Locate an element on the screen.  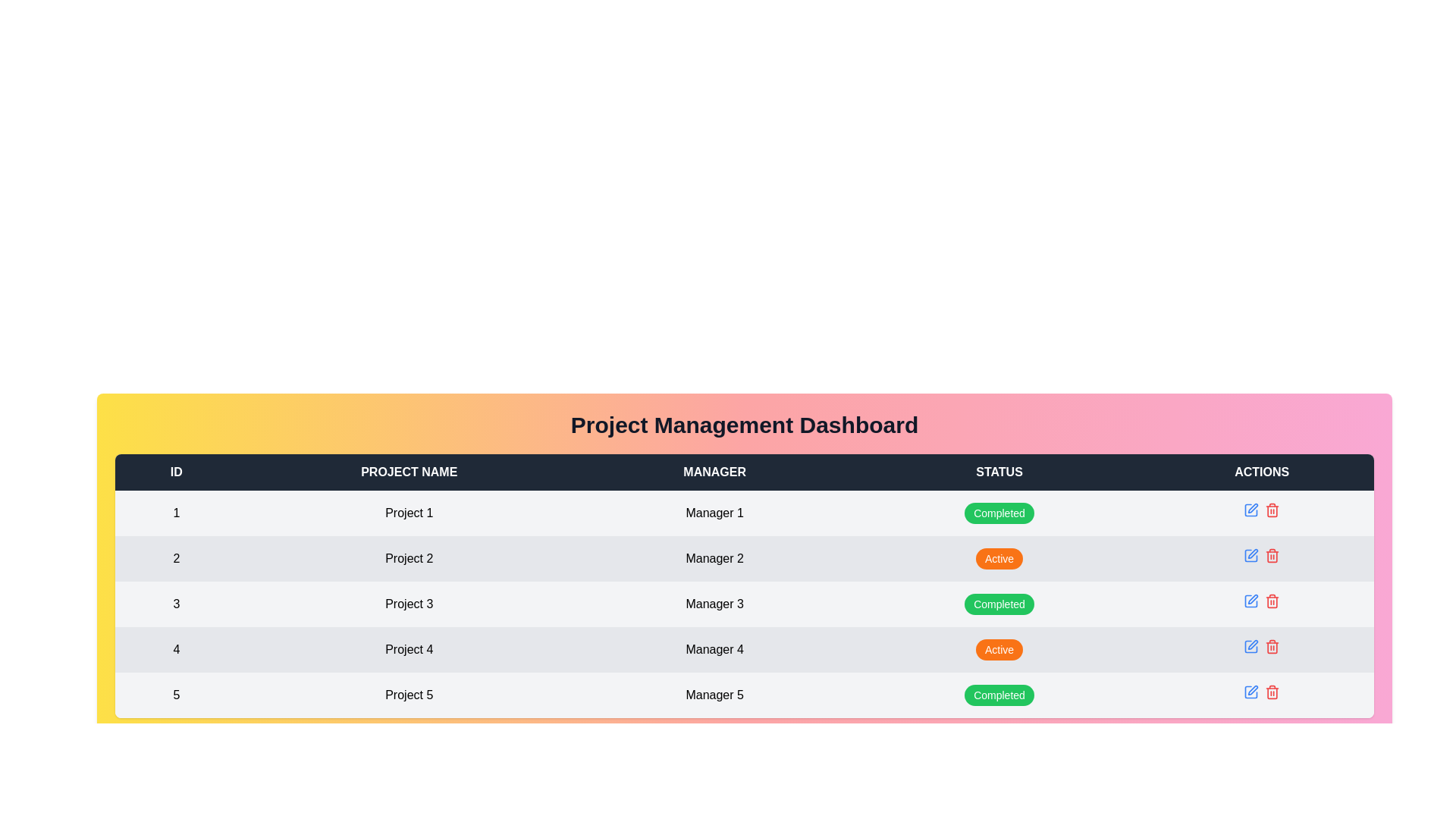
text from the text label displaying 'Project Management Dashboard', which is bold and large against a colorful gradient background is located at coordinates (745, 425).